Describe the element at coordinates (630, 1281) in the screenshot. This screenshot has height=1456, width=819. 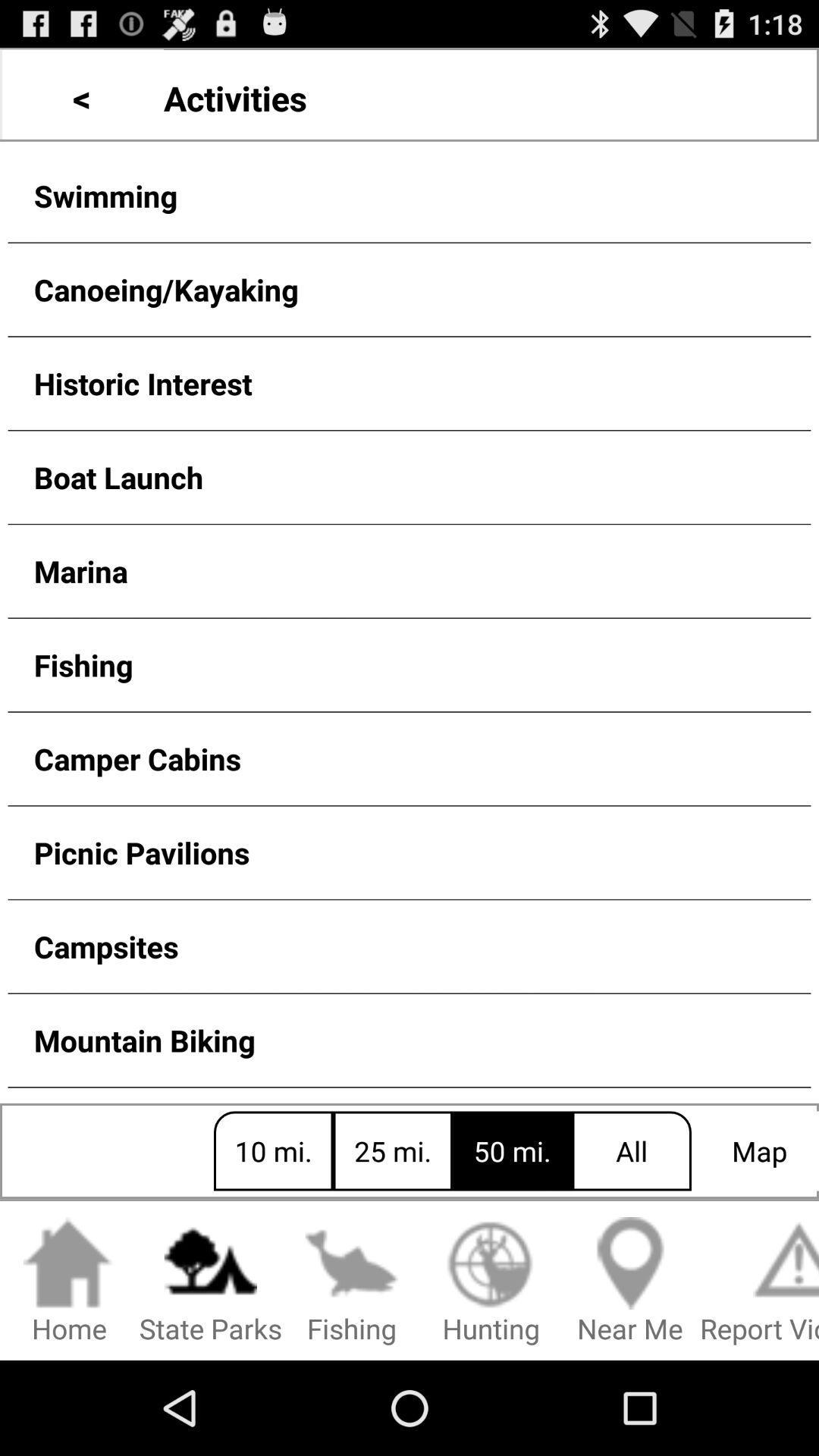
I see `item to the left of the report violation item` at that location.